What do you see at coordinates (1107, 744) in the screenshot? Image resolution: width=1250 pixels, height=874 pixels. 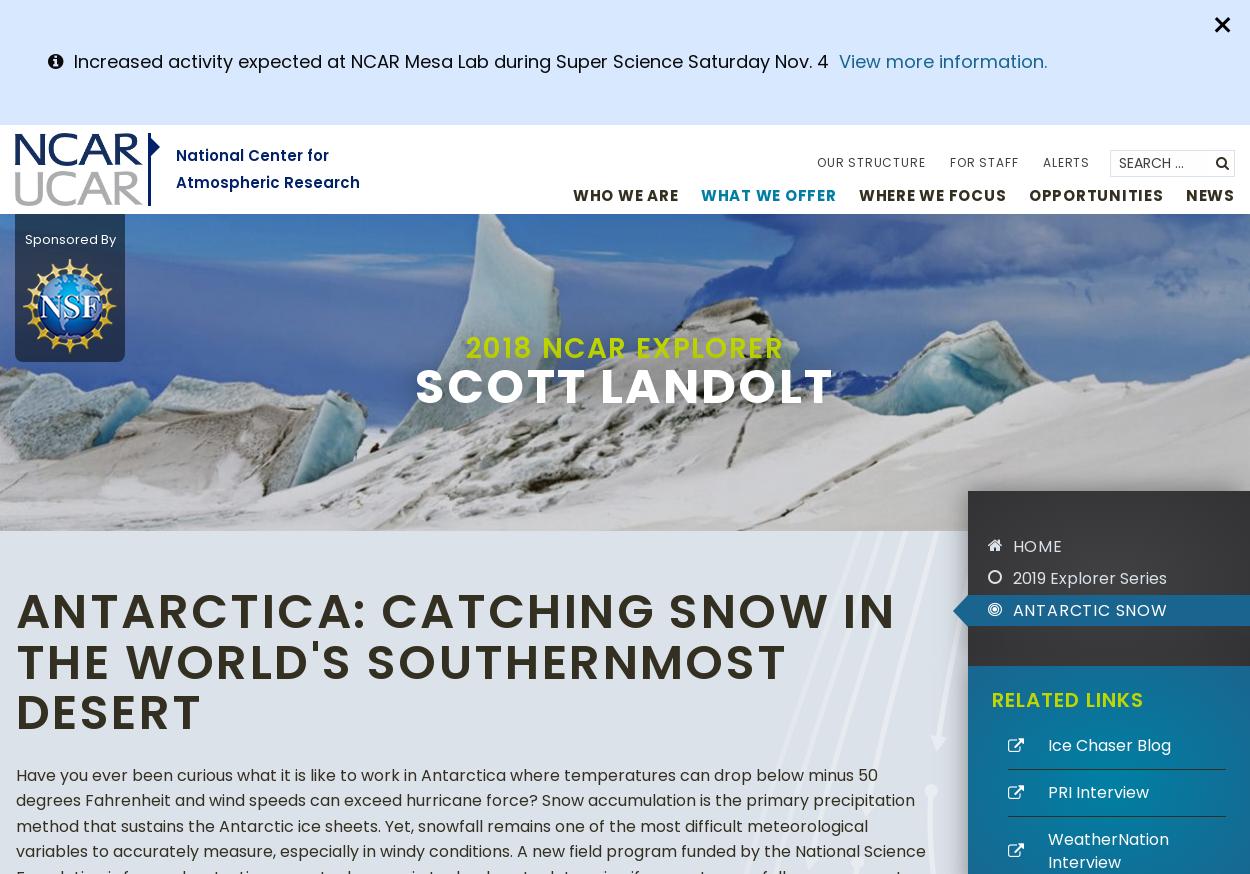 I see `'Ice Chaser Blog'` at bounding box center [1107, 744].